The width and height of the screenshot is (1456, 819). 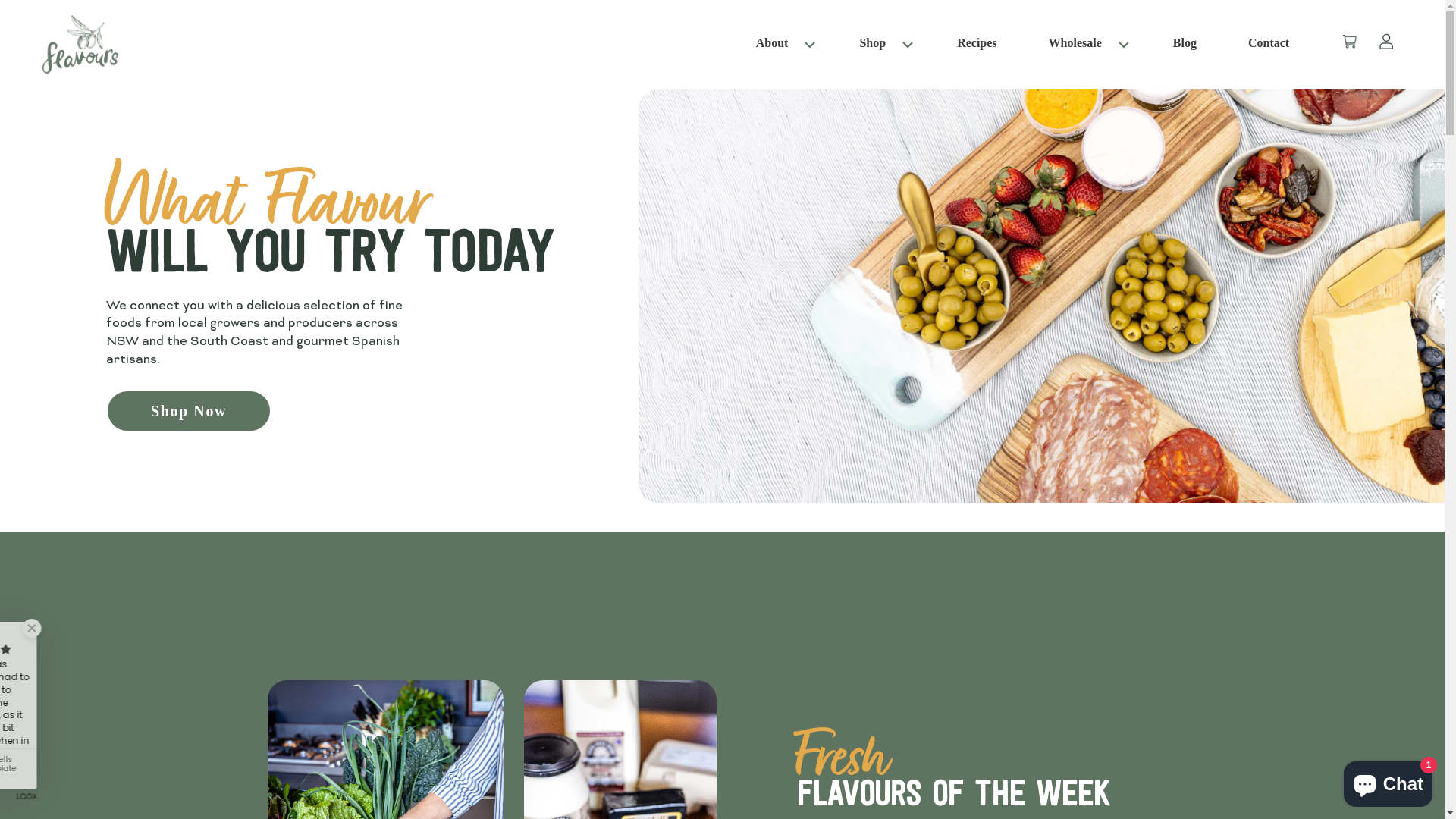 I want to click on 'Contact', so click(x=1241, y=43).